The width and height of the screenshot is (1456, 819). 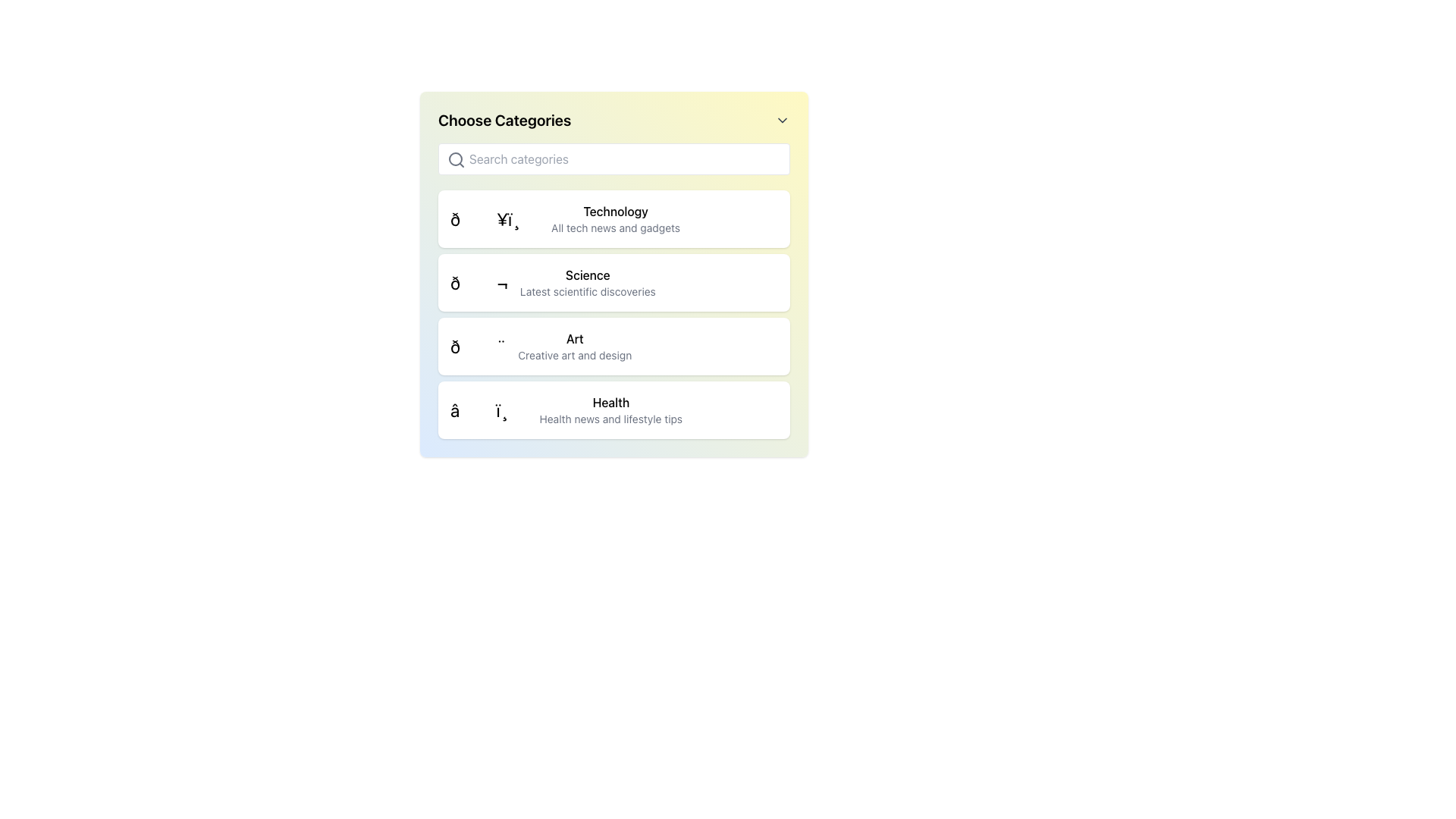 What do you see at coordinates (616, 227) in the screenshot?
I see `the text label that describes the 'Technology' category, which is positioned directly below the bold 'Technology' text in the vertical list of categories` at bounding box center [616, 227].